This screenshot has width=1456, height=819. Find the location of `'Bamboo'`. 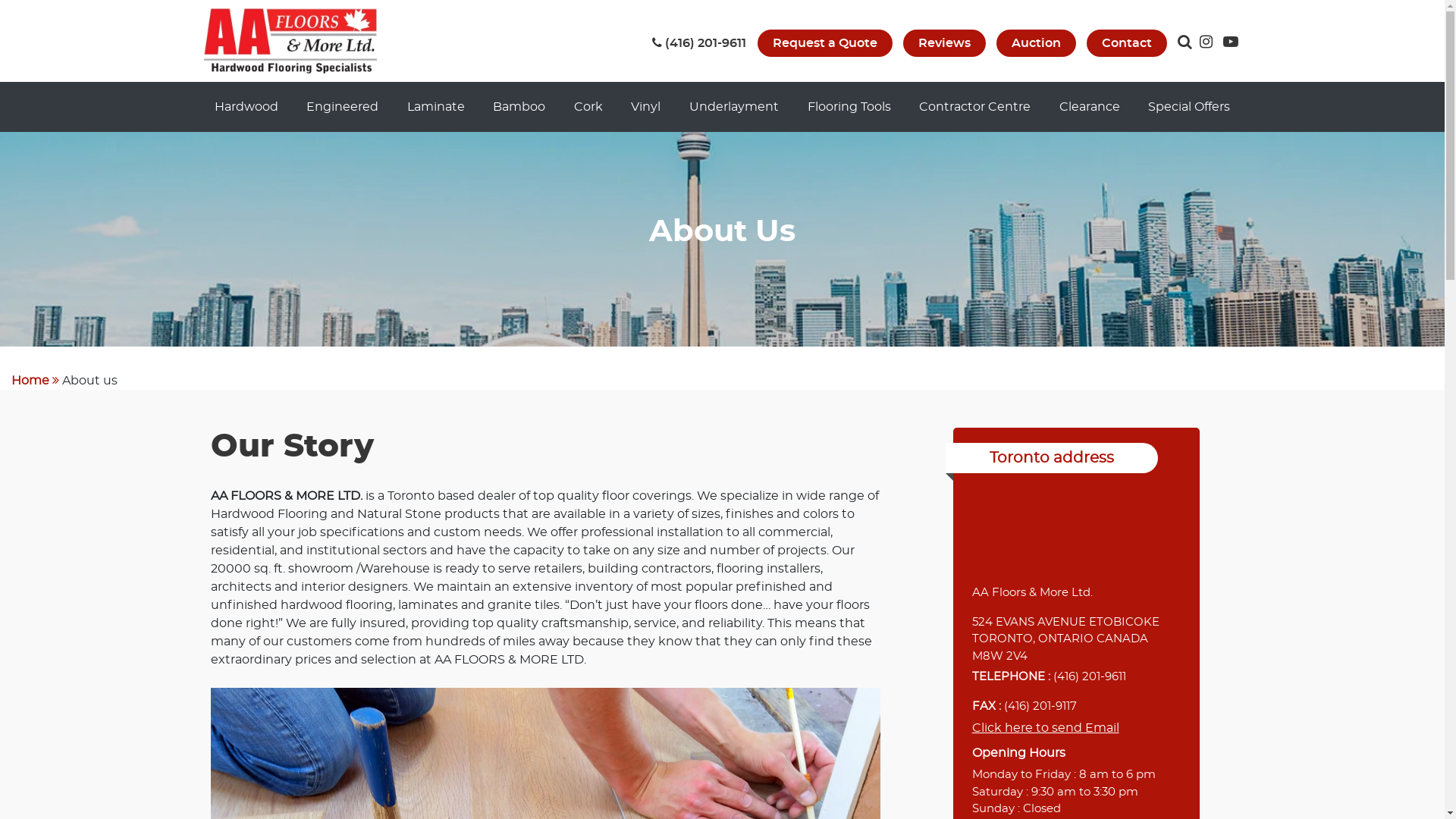

'Bamboo' is located at coordinates (519, 106).